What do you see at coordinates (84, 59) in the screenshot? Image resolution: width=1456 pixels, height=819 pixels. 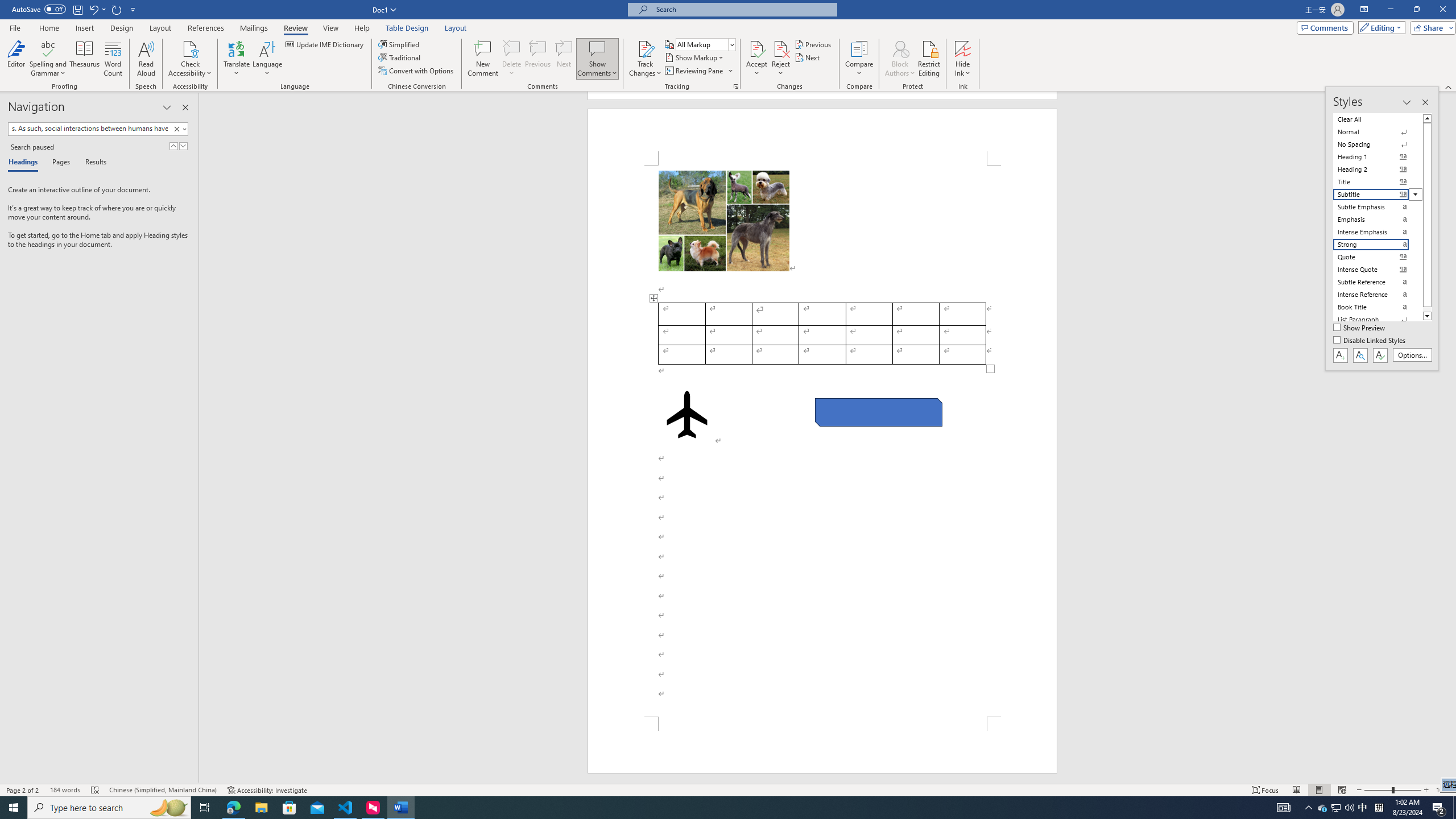 I see `'Thesaurus...'` at bounding box center [84, 59].